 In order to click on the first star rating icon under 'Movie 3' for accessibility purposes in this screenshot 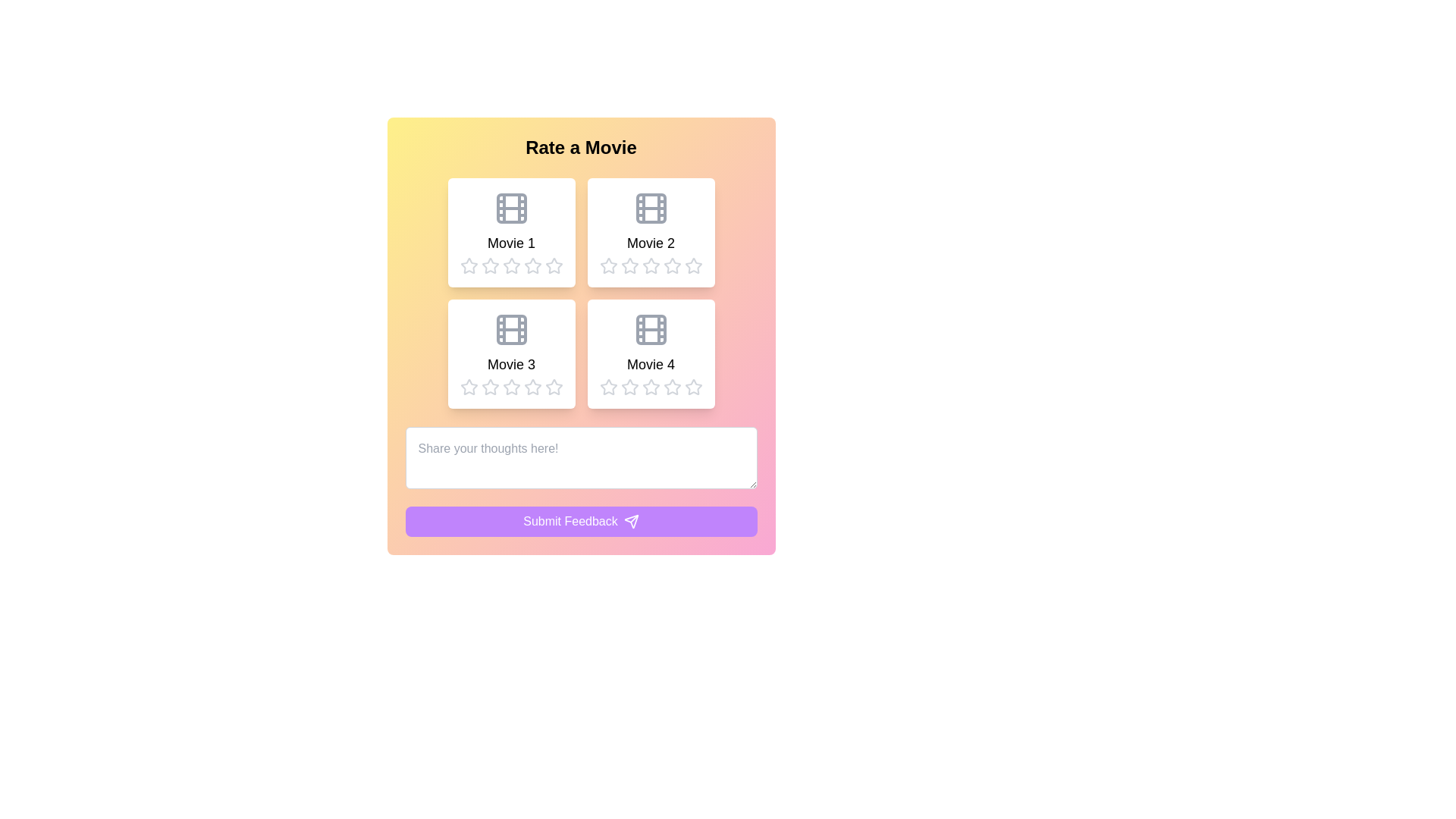, I will do `click(468, 386)`.